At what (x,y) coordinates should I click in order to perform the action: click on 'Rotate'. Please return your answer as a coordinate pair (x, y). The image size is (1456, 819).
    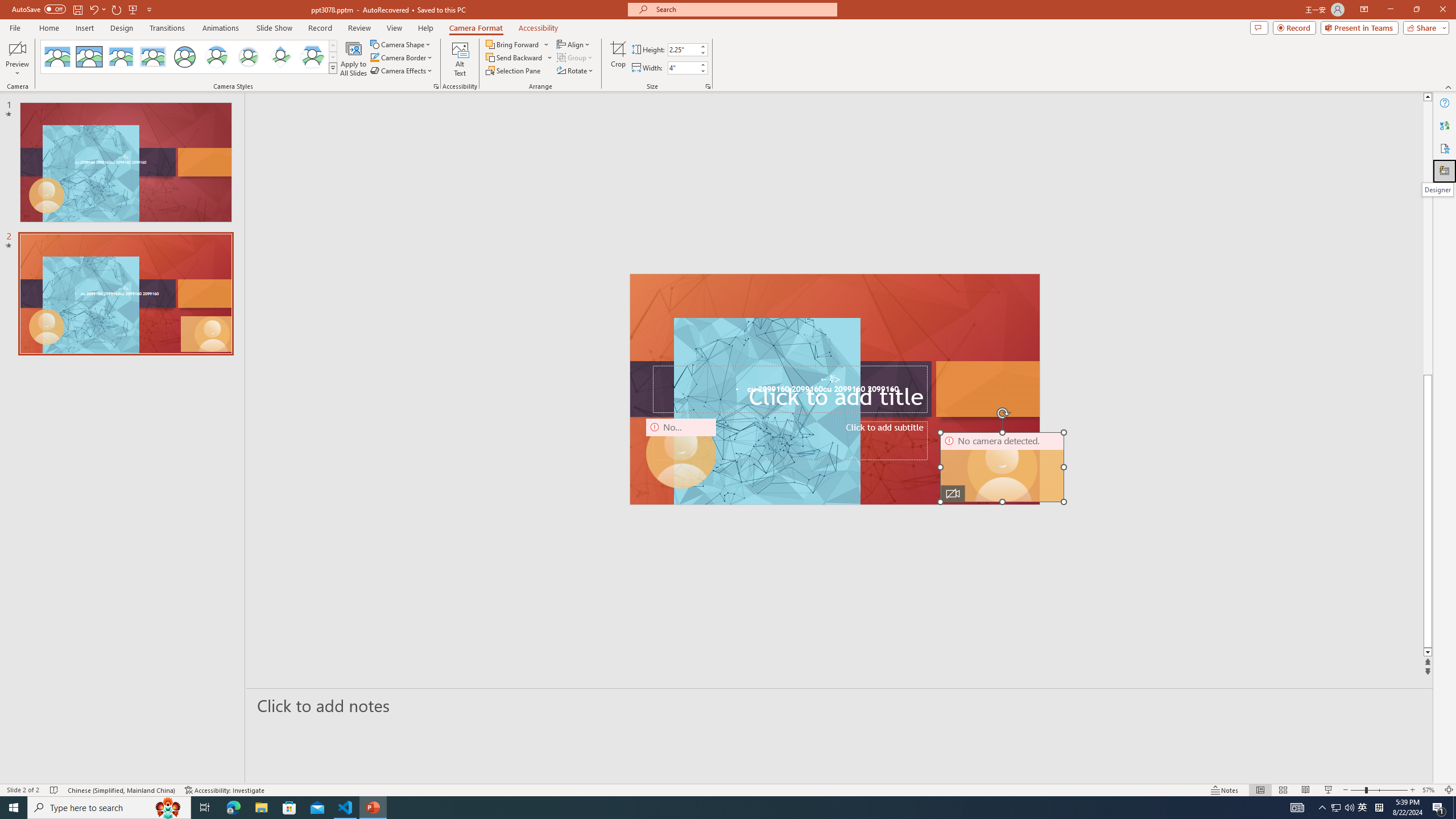
    Looking at the image, I should click on (575, 69).